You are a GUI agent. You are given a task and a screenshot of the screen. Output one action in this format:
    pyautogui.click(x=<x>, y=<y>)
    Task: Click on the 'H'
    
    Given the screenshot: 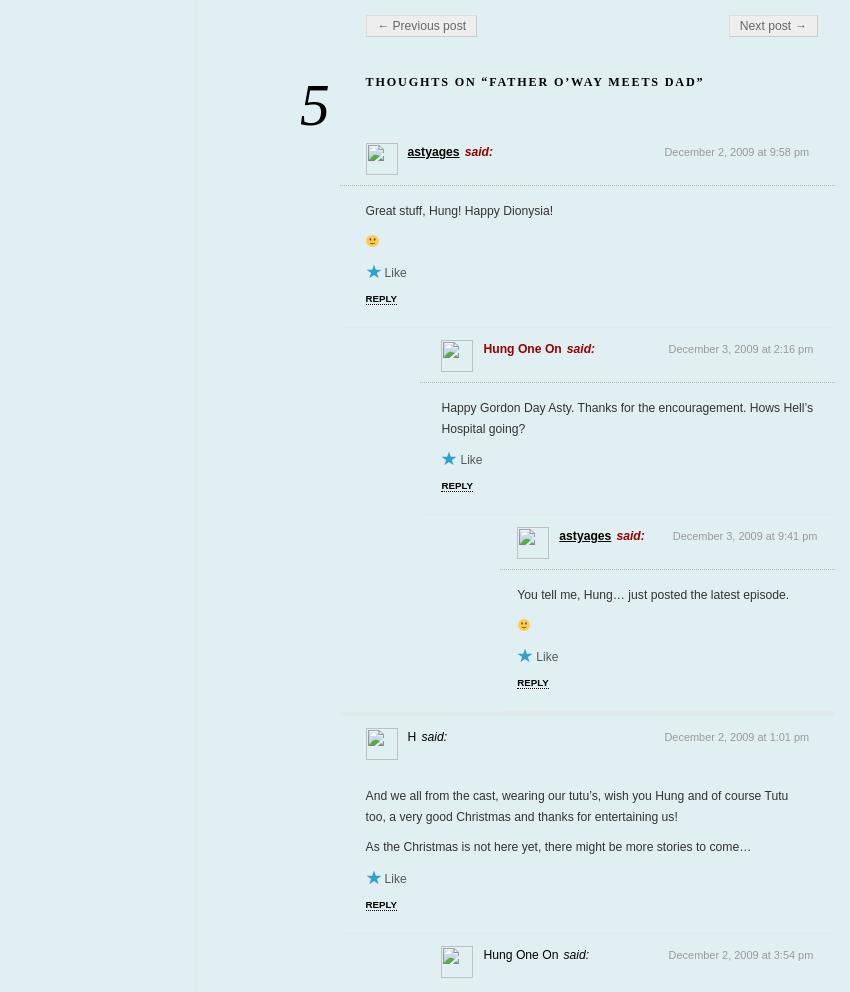 What is the action you would take?
    pyautogui.click(x=411, y=736)
    